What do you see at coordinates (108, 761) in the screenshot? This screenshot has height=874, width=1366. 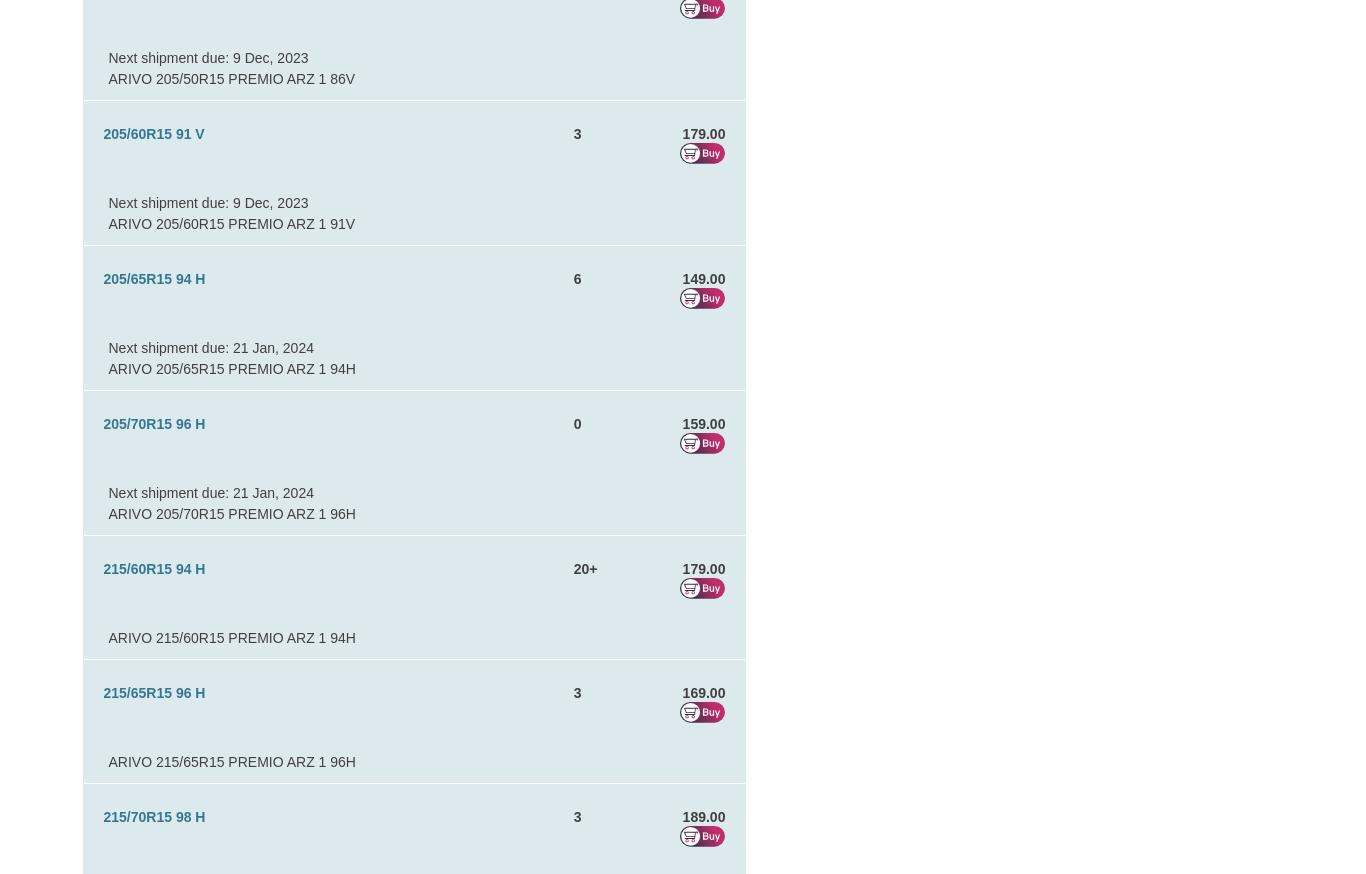 I see `'ARIVO 215/65R15 PREMIO ARZ 1 96H'` at bounding box center [108, 761].